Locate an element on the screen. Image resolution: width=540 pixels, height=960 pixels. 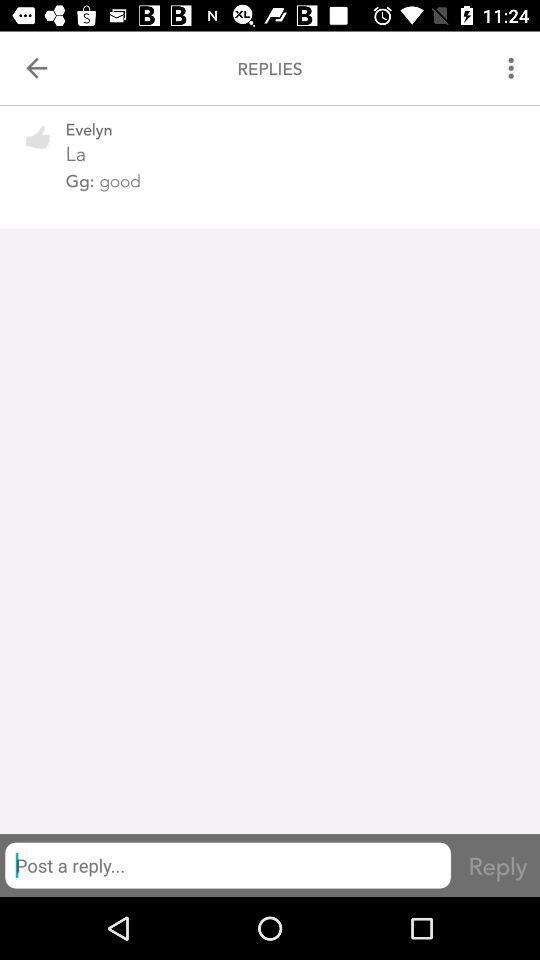
icon next to the reply icon is located at coordinates (226, 864).